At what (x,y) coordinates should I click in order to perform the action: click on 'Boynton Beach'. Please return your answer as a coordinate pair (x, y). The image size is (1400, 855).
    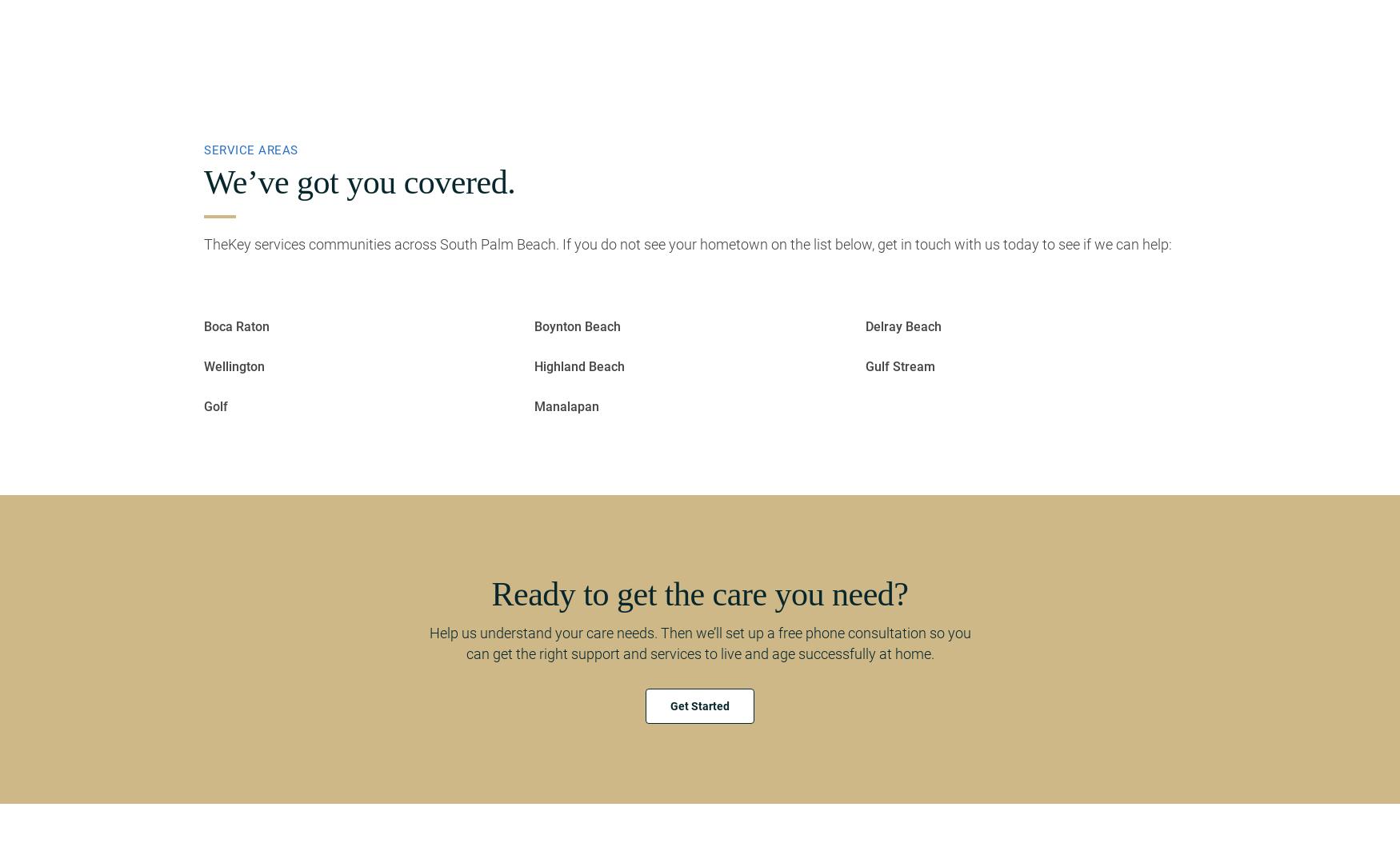
    Looking at the image, I should click on (578, 326).